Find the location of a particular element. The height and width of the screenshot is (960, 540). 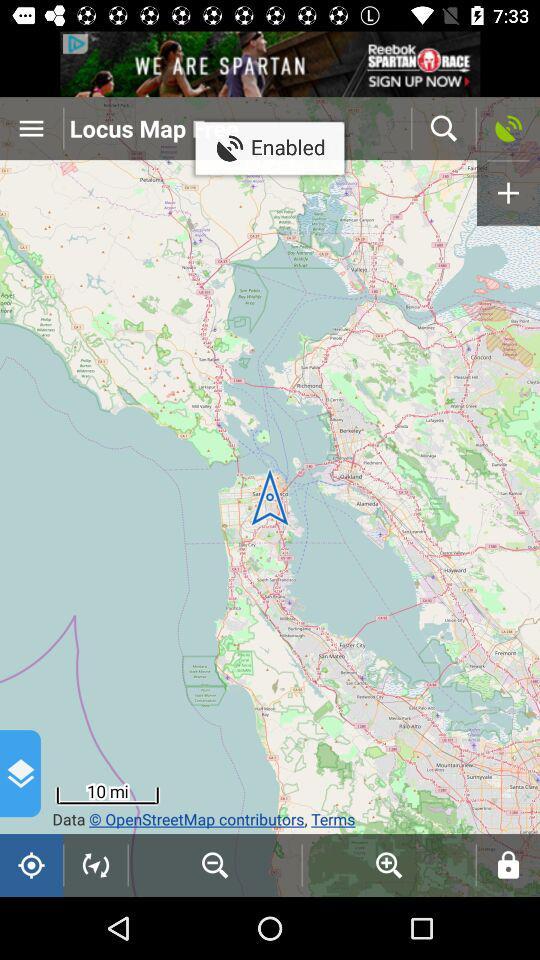

the location_crosshair icon is located at coordinates (30, 864).